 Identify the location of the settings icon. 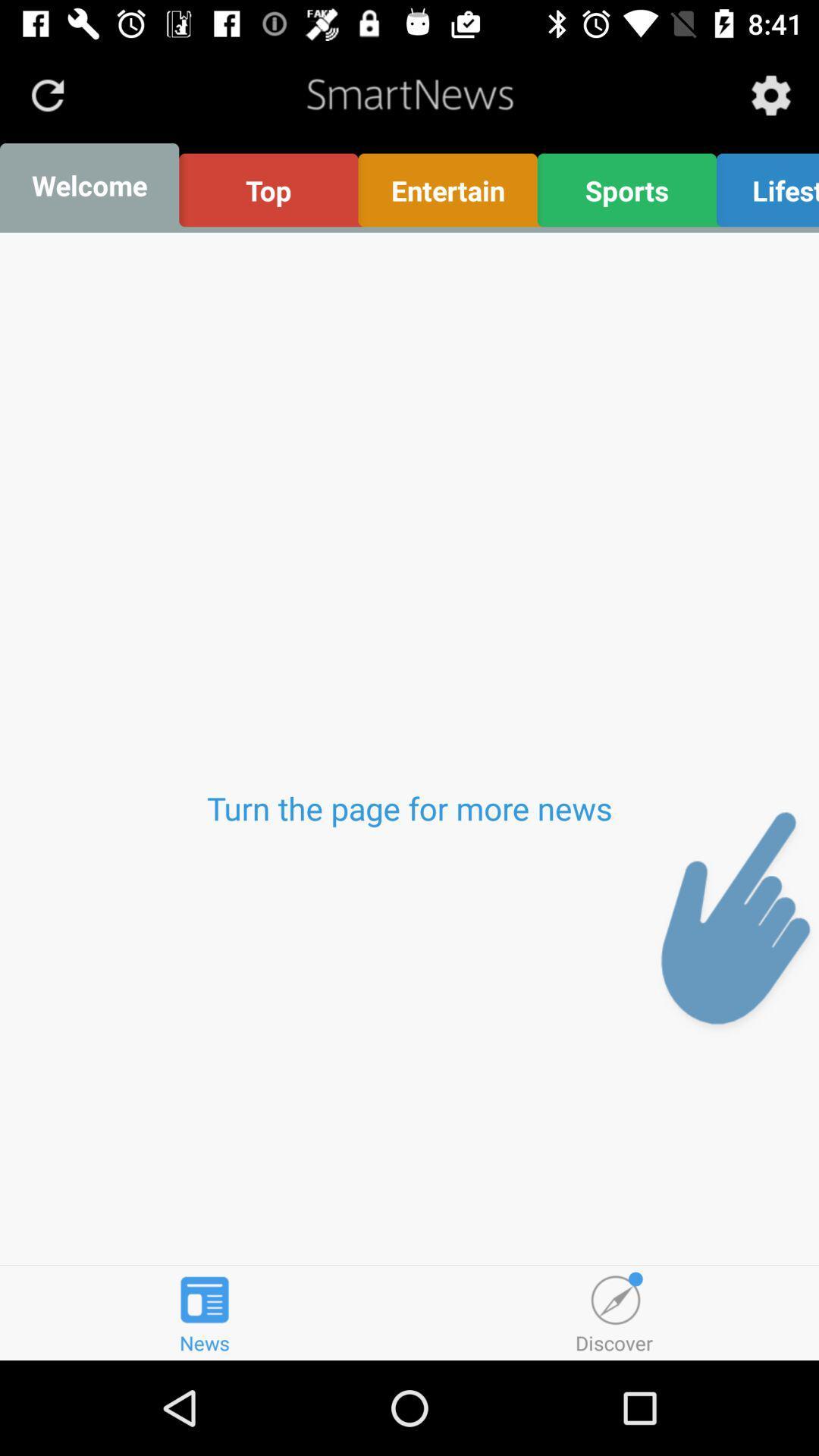
(771, 94).